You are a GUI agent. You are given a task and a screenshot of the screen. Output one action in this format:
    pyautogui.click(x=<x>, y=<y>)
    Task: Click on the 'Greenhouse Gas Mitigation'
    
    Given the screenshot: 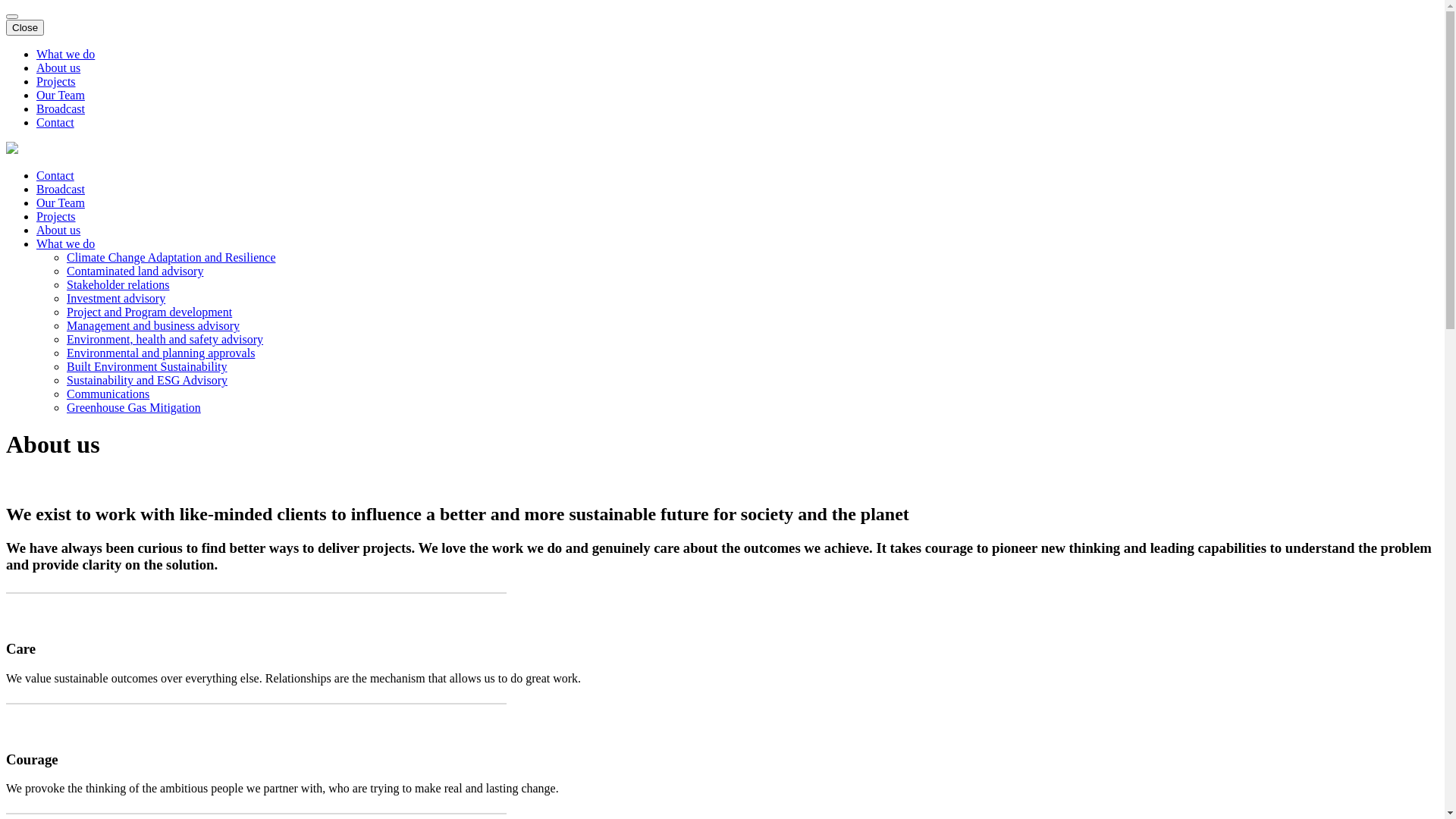 What is the action you would take?
    pyautogui.click(x=133, y=406)
    